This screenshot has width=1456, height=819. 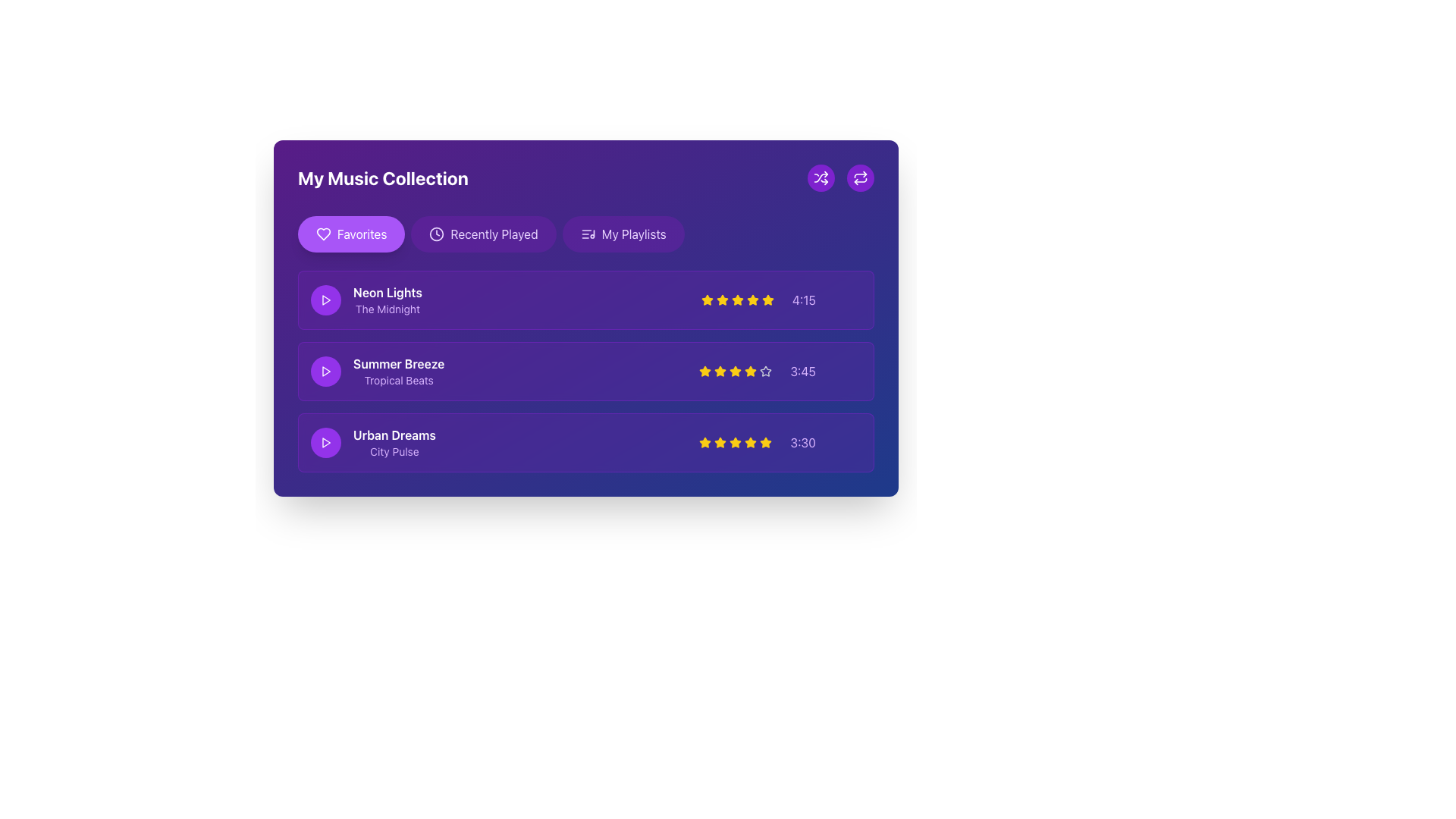 I want to click on the current state of the yellow star icon representing the third position in the rating system, located to the right of the 'Neon Lights' text, so click(x=737, y=300).